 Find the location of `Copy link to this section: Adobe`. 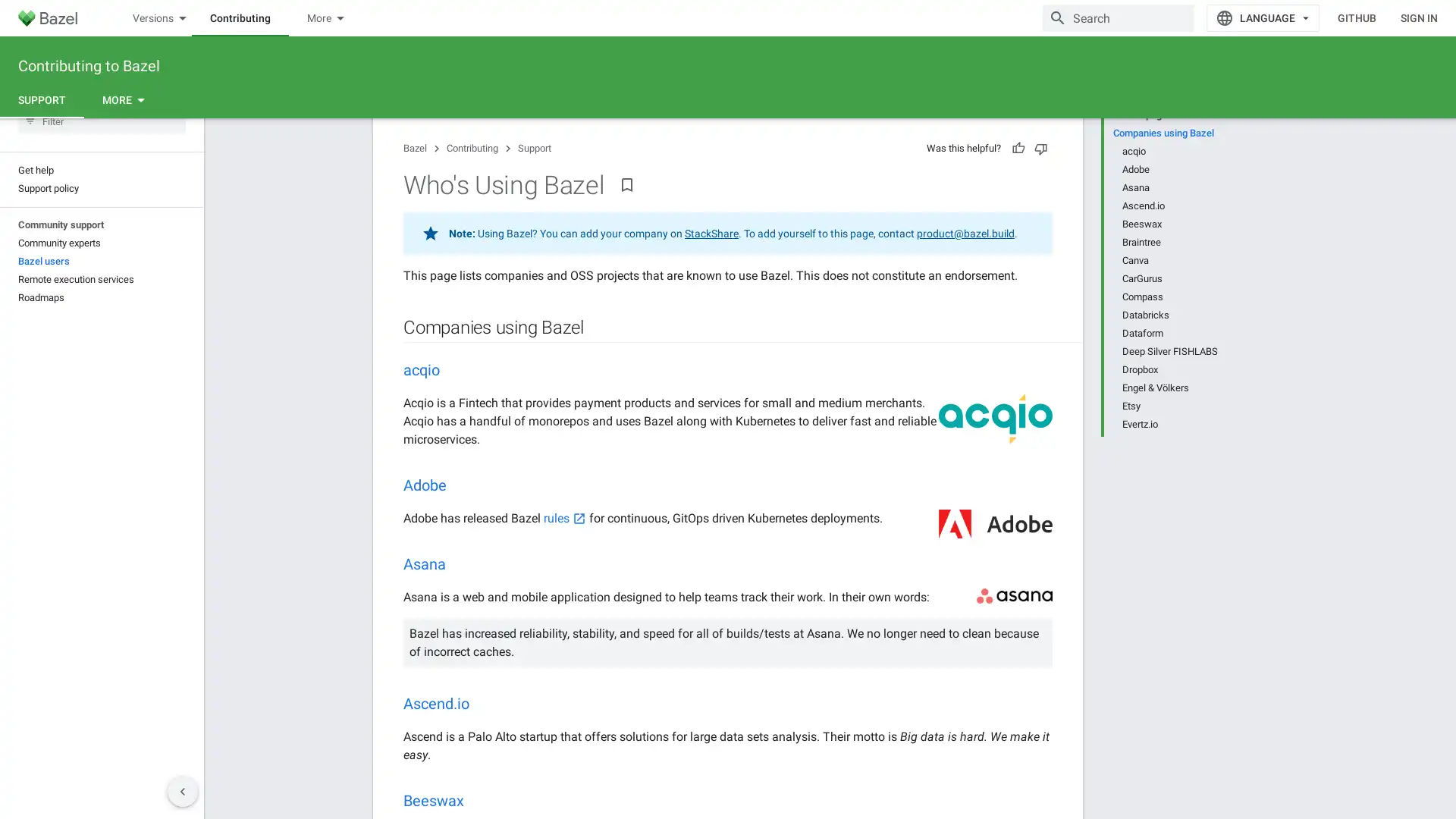

Copy link to this section: Adobe is located at coordinates (461, 513).